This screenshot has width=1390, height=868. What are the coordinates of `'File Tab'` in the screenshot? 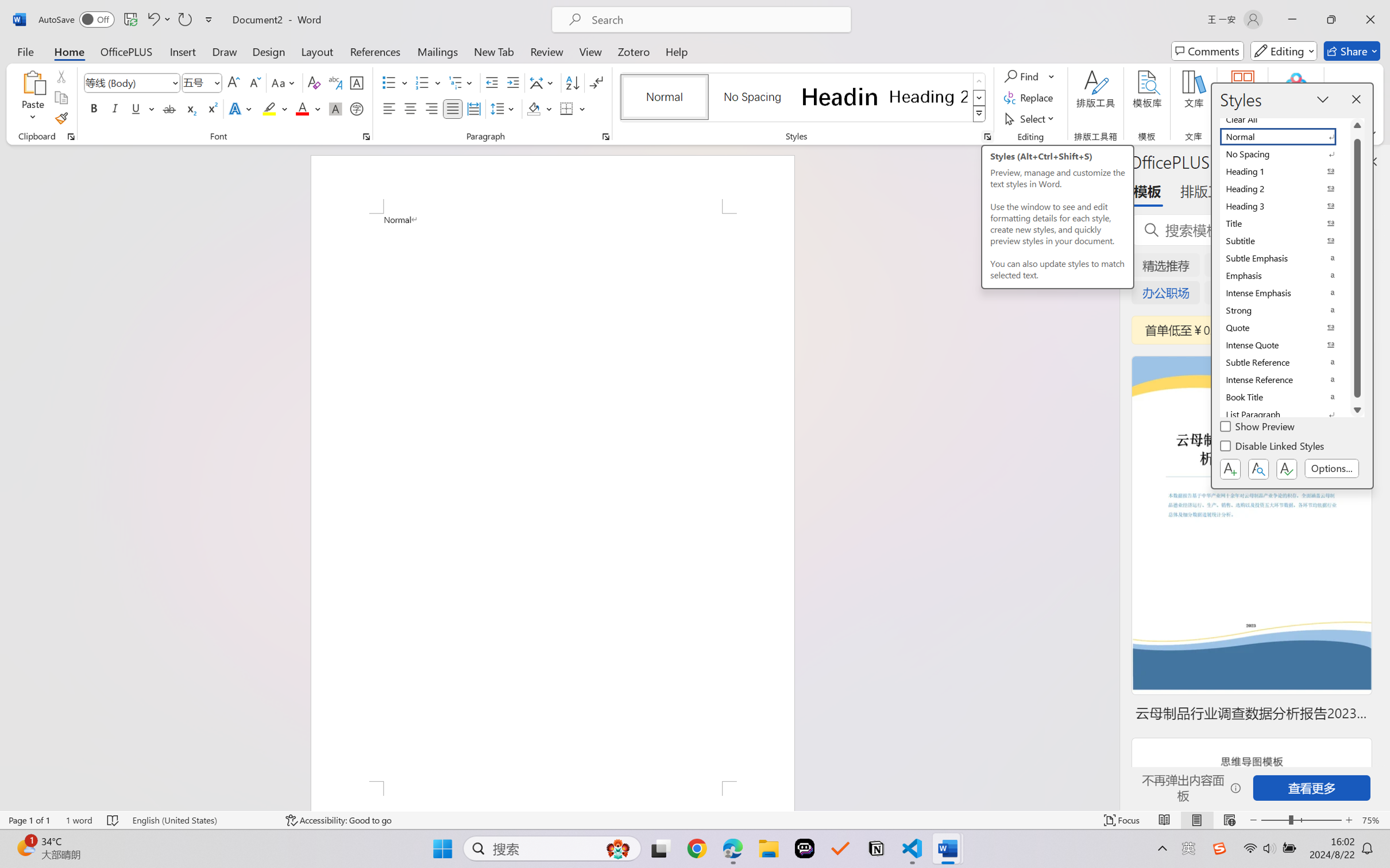 It's located at (25, 51).